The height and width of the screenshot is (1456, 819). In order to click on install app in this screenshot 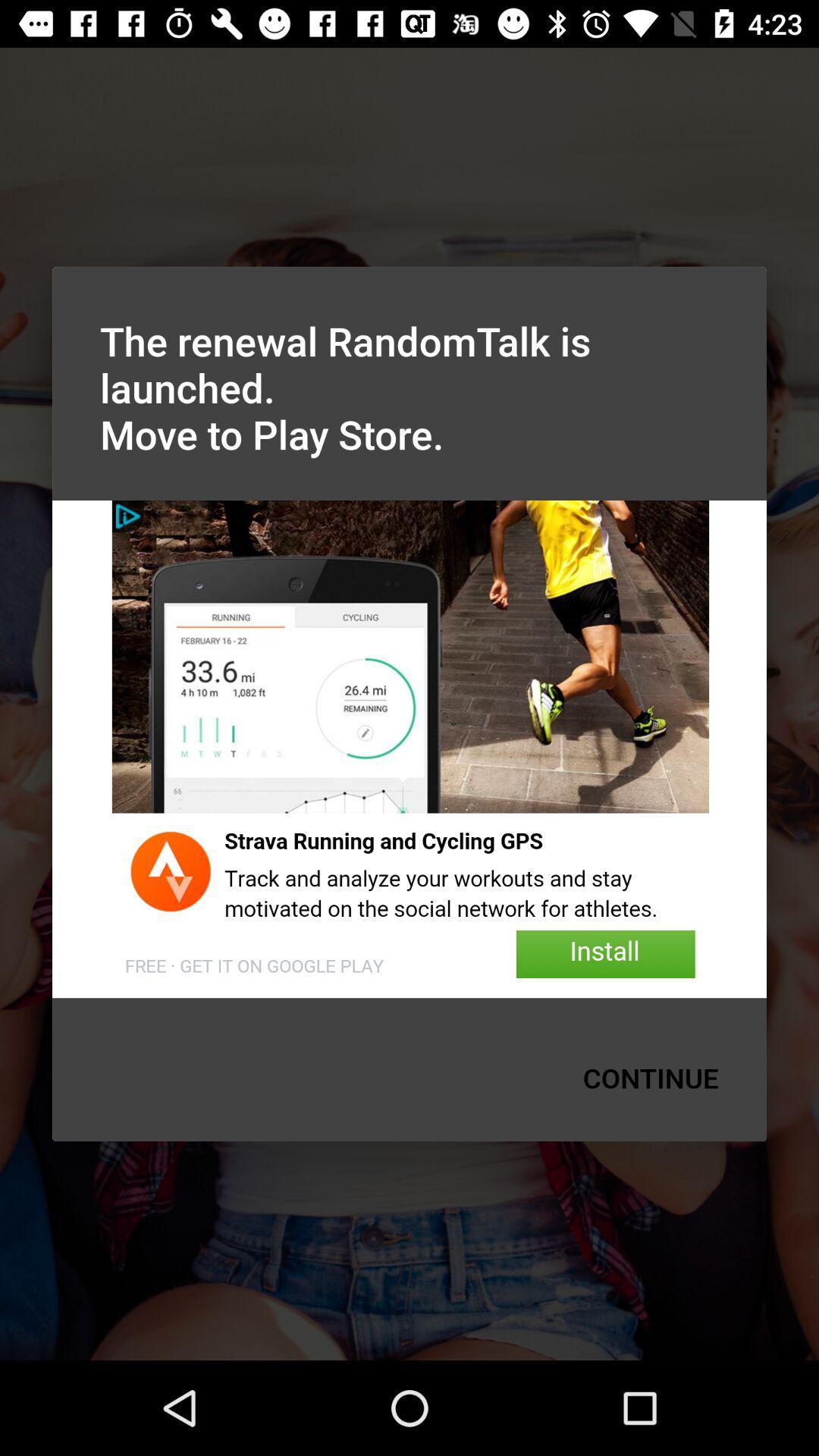, I will do `click(409, 749)`.